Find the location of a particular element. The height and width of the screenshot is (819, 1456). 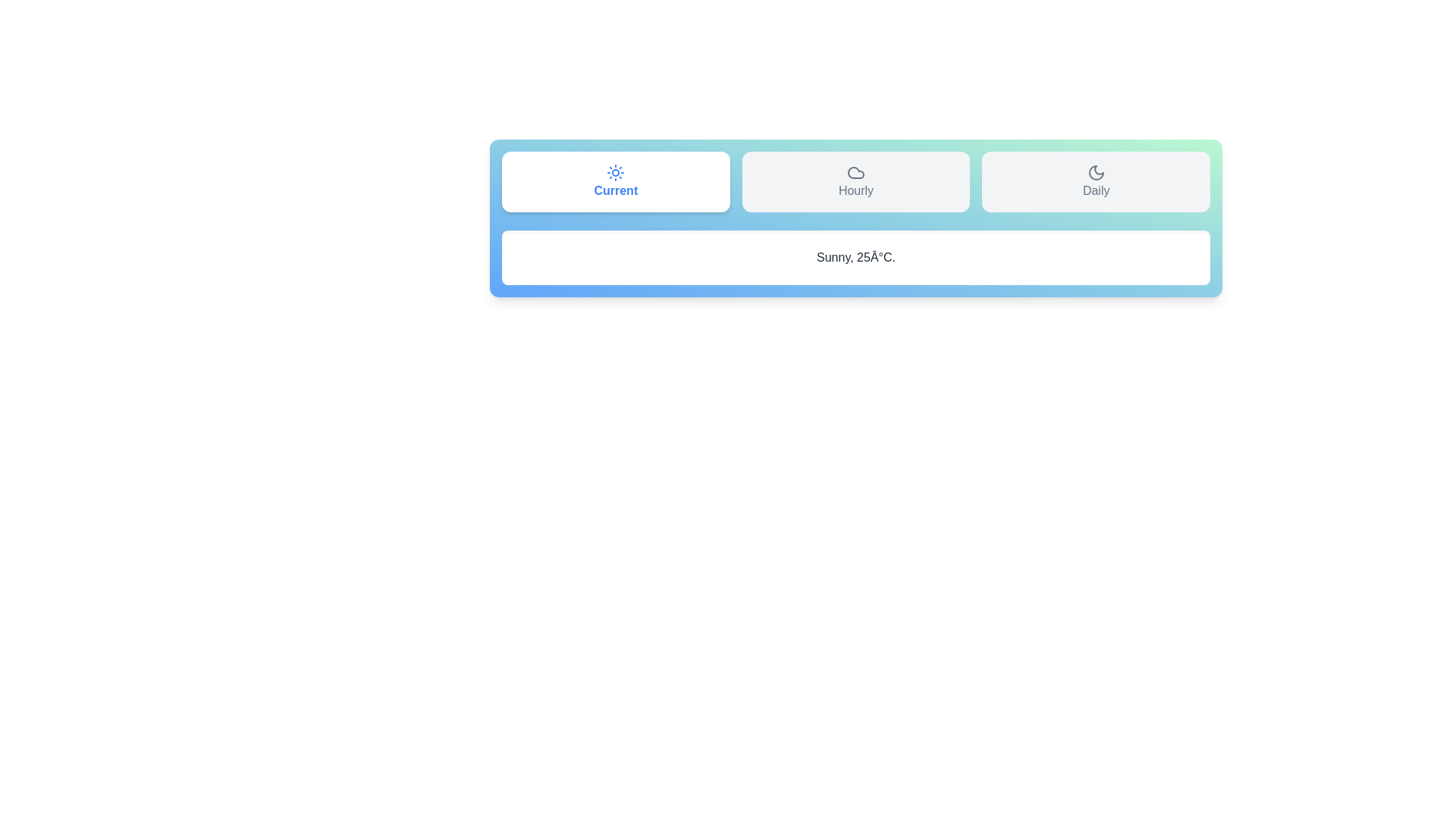

the Current tab to view its content is located at coordinates (615, 180).